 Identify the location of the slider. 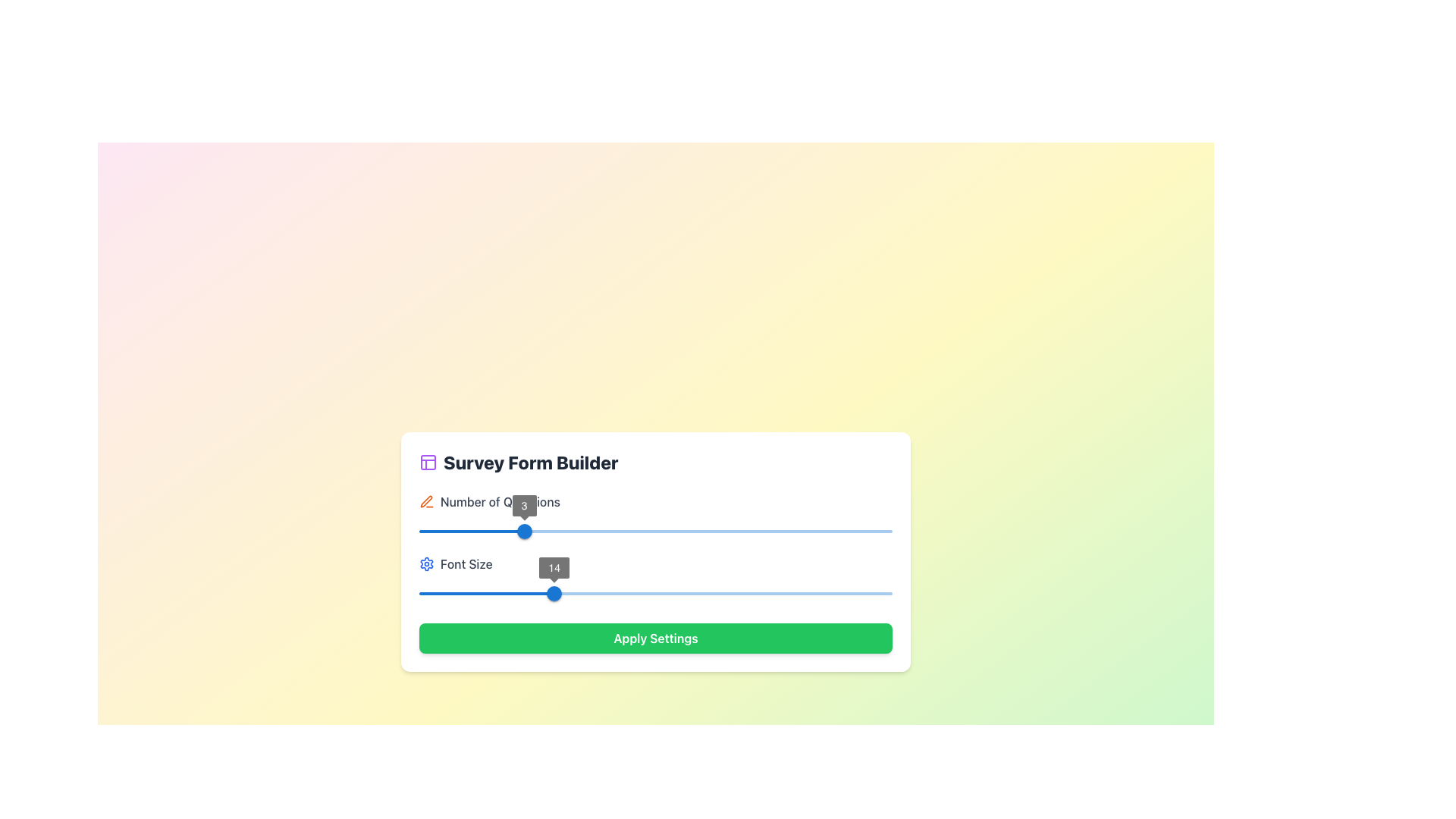
(797, 531).